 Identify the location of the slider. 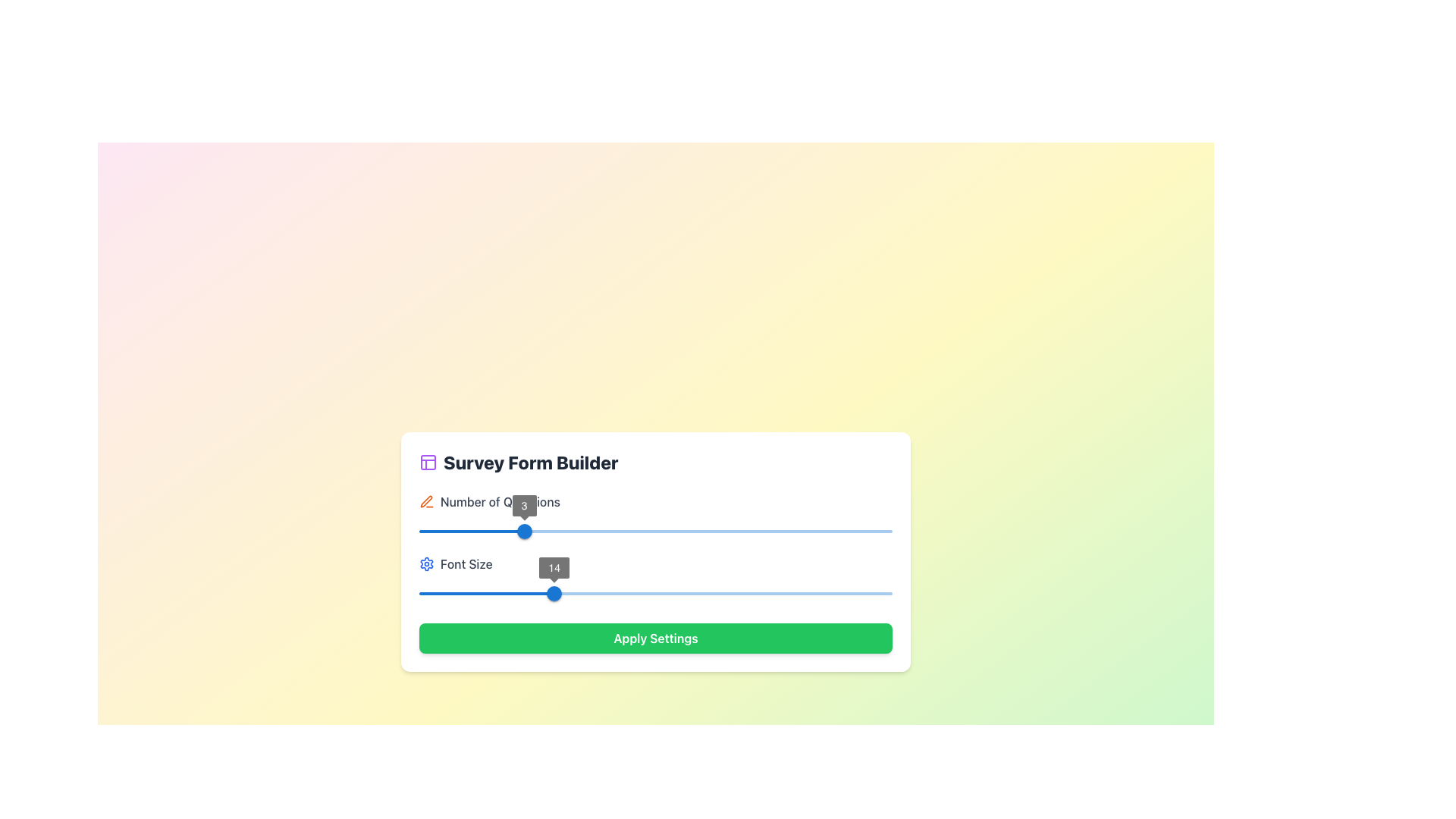
(797, 531).